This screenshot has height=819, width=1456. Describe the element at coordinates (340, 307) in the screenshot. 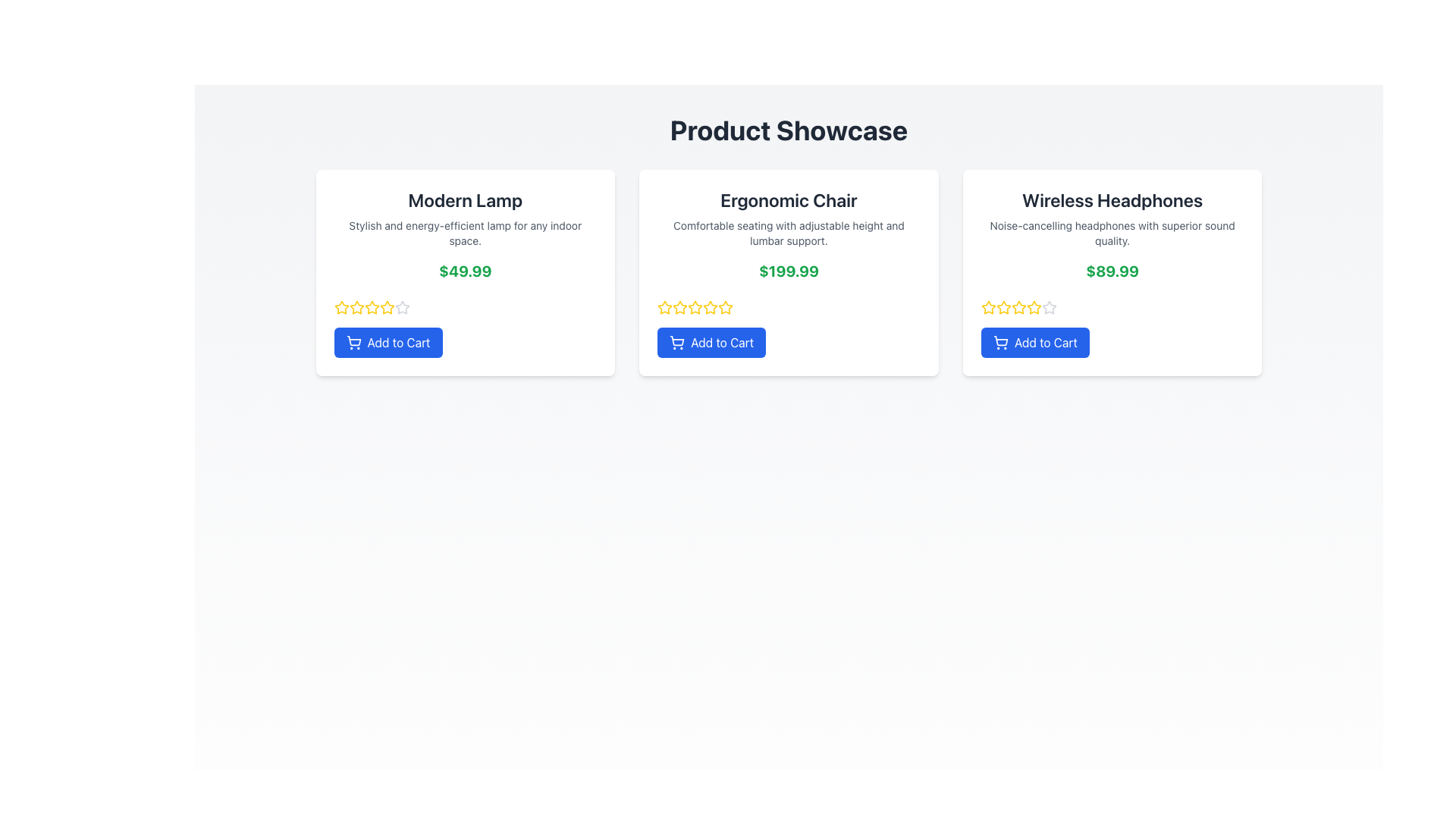

I see `the first five-pointed star icon with a yellow border and white interior, located prominently below the product description and price for the 'Modern Lamp'` at that location.